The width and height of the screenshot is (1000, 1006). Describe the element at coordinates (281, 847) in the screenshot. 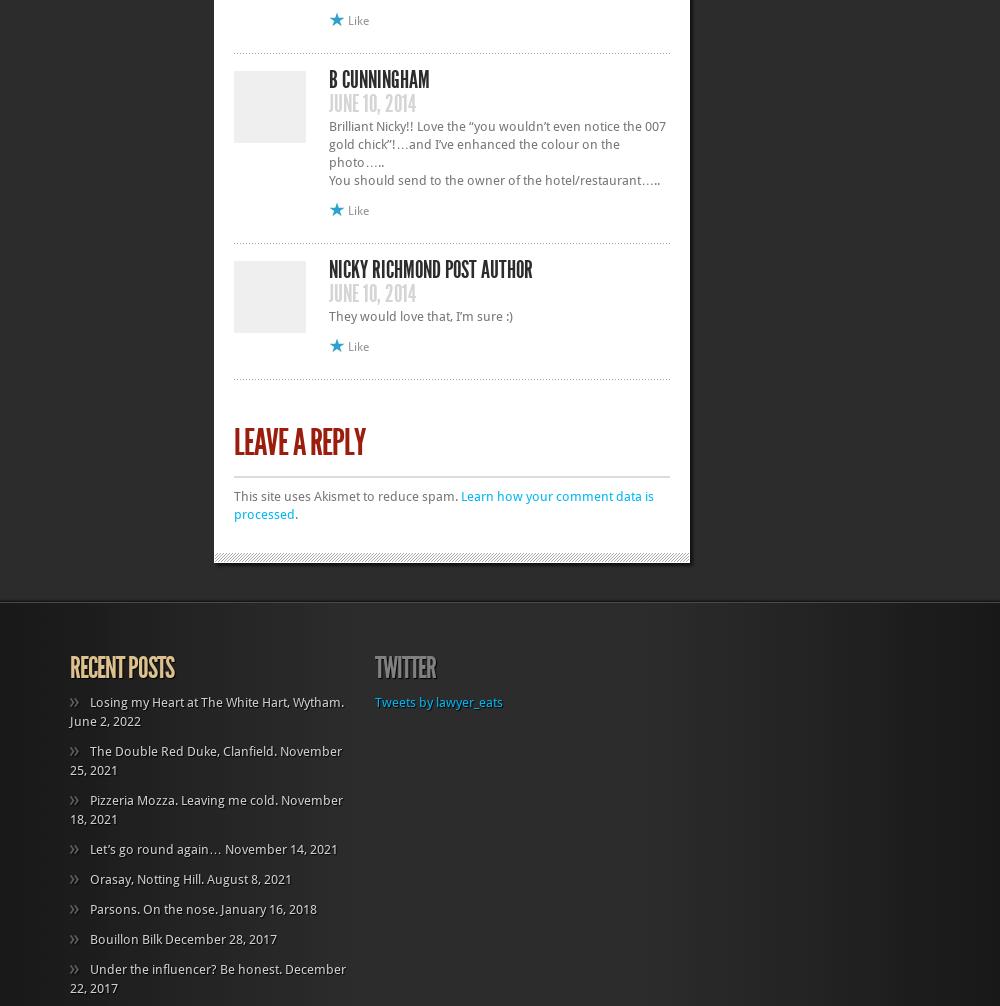

I see `'November 14, 2021'` at that location.